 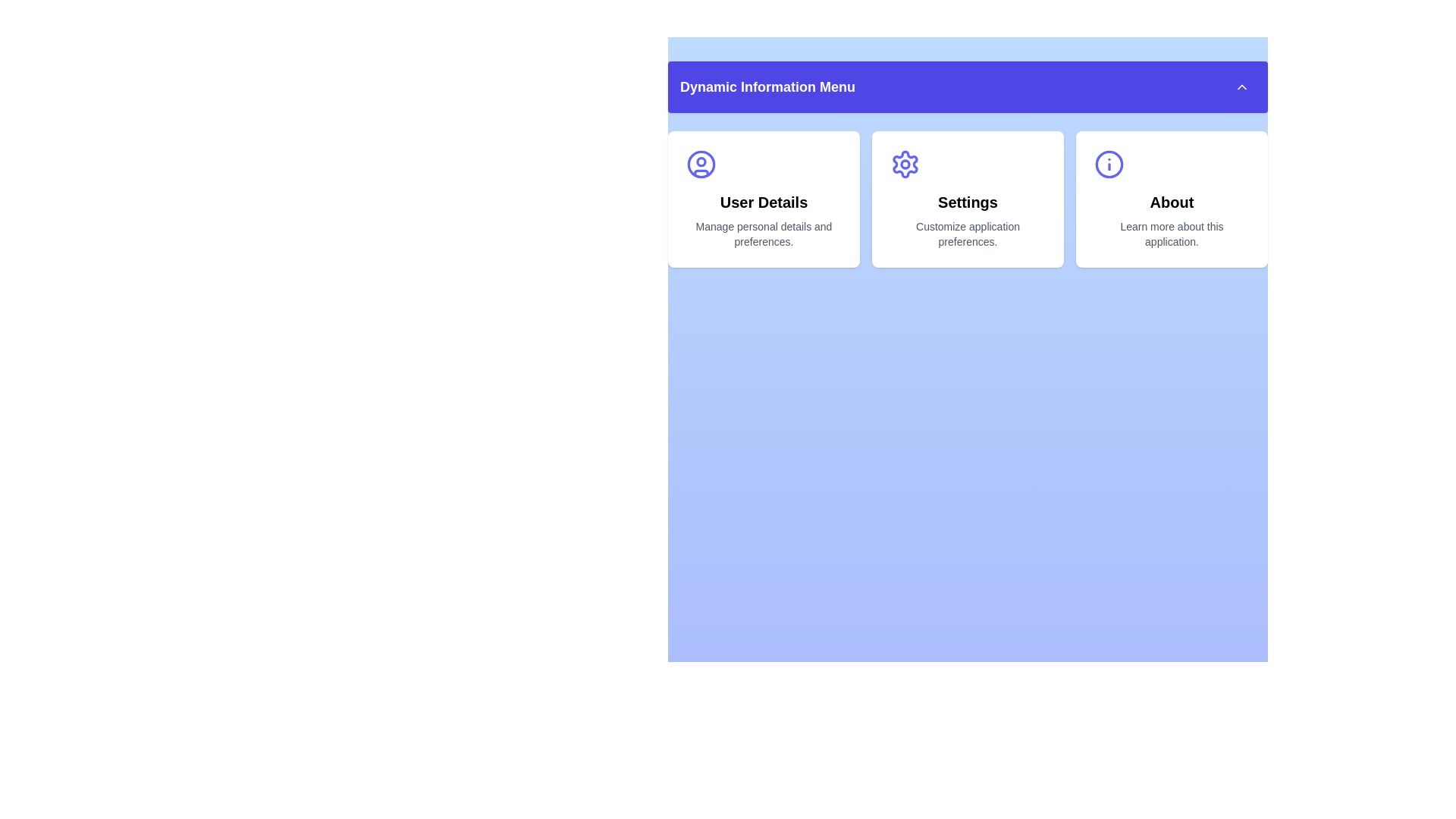 I want to click on the menu item User Details to observe its visual feedback, so click(x=764, y=198).